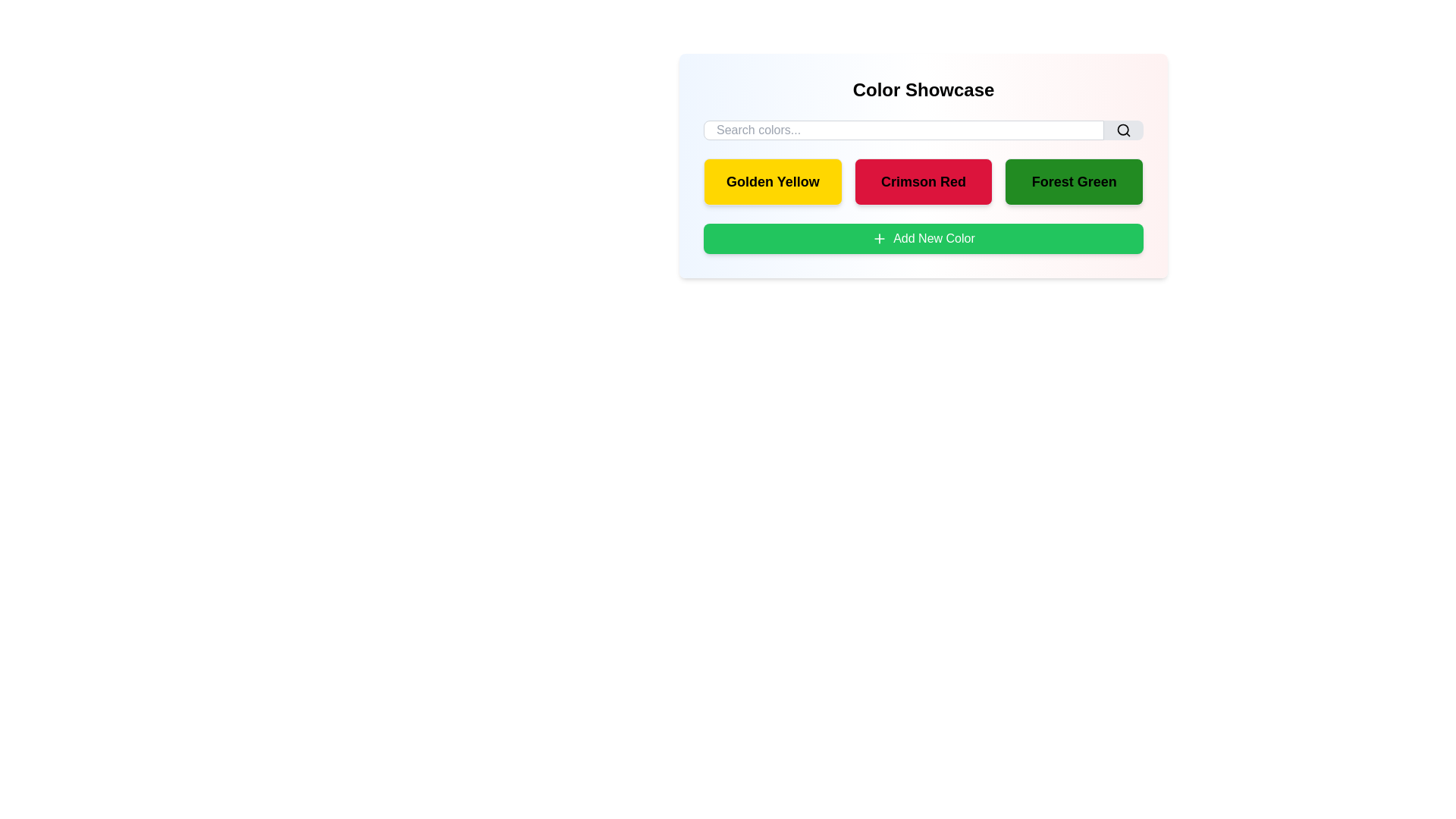  Describe the element at coordinates (923, 239) in the screenshot. I see `the button located at the bottom of the 'Color Showcase' section to change its appearance` at that location.